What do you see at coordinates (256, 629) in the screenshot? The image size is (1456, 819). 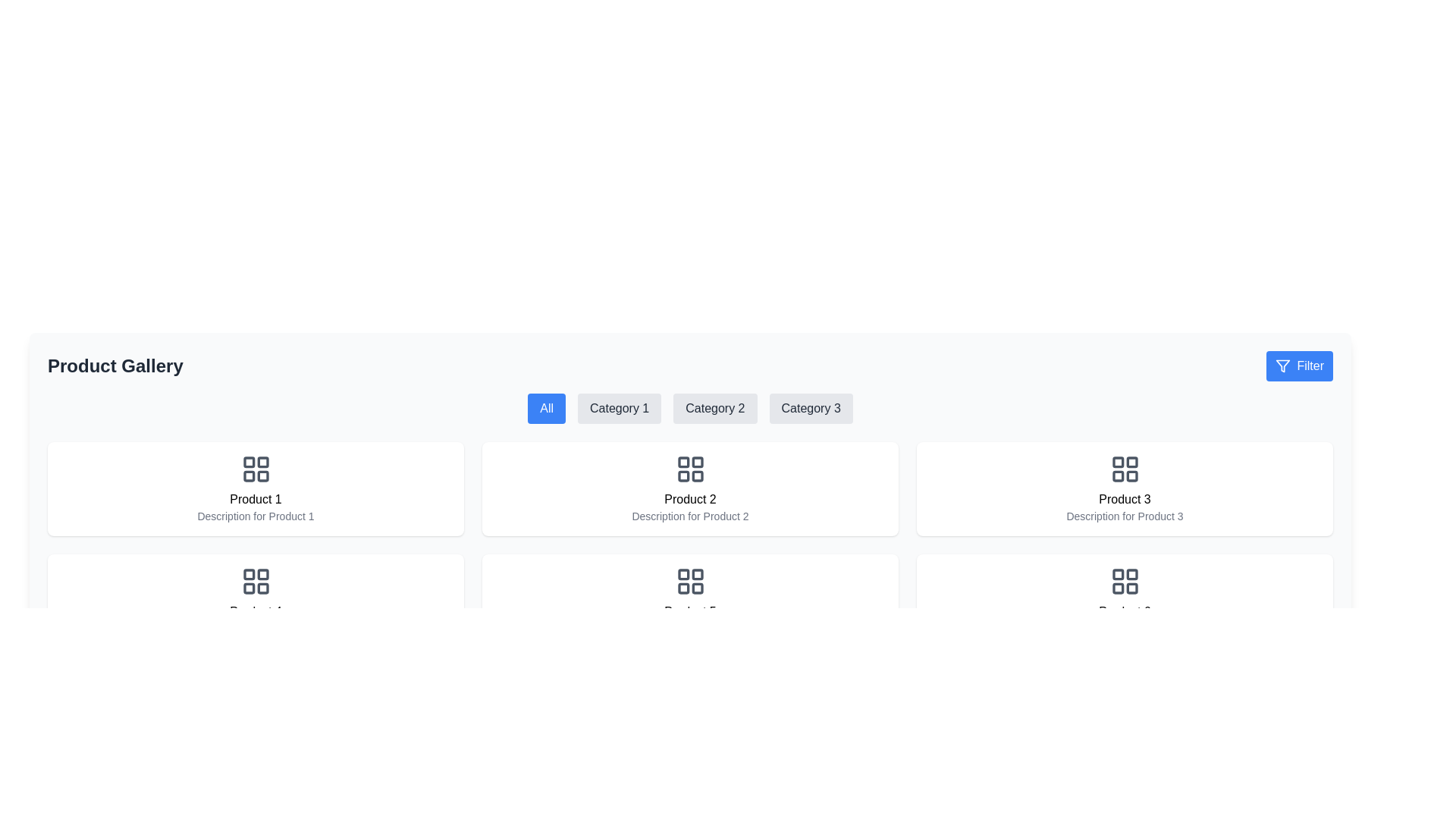 I see `the text label describing the product within the card, located below the title 'Product 4'` at bounding box center [256, 629].